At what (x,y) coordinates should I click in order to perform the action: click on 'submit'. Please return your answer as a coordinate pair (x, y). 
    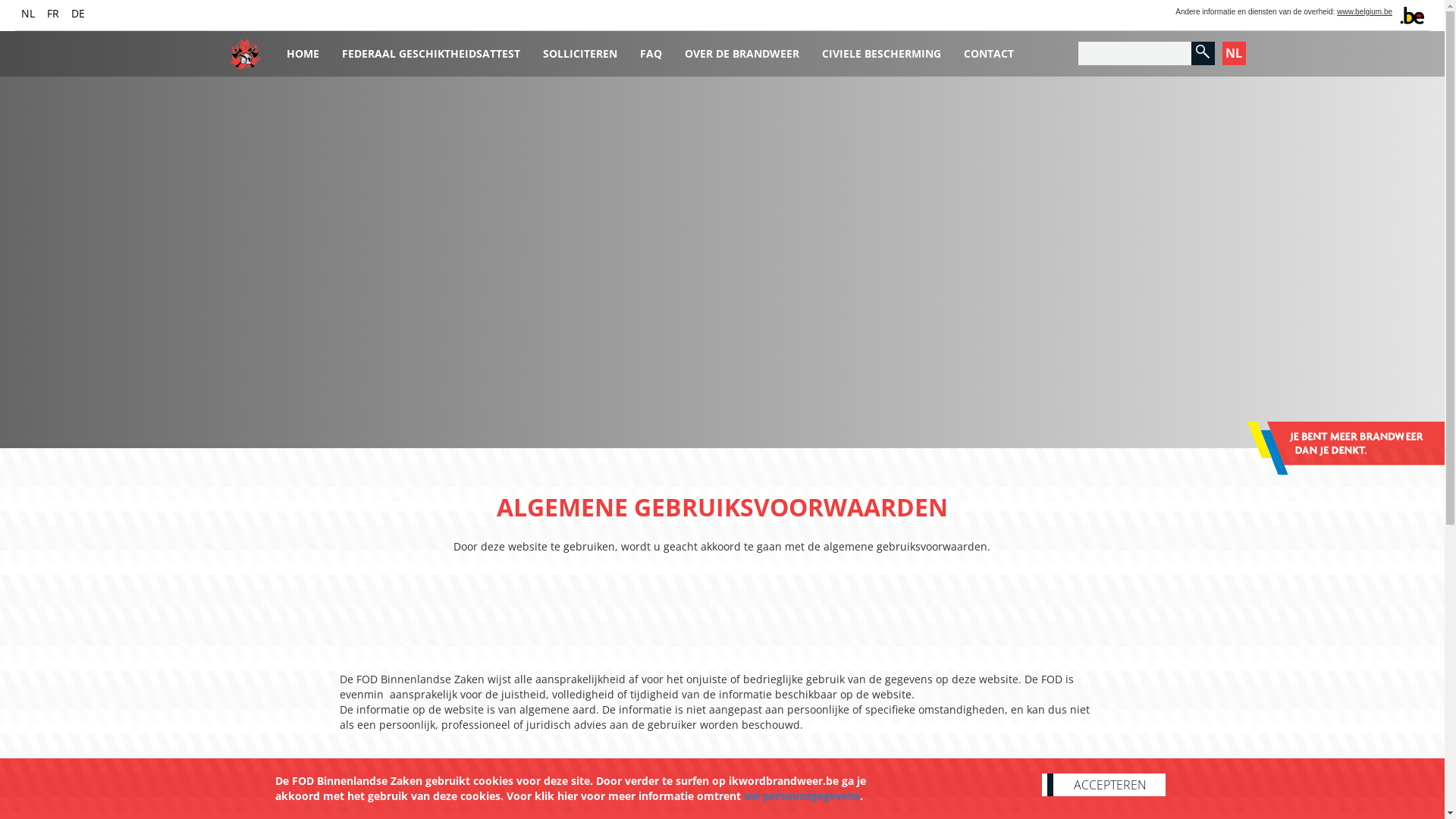
    Looking at the image, I should click on (1201, 52).